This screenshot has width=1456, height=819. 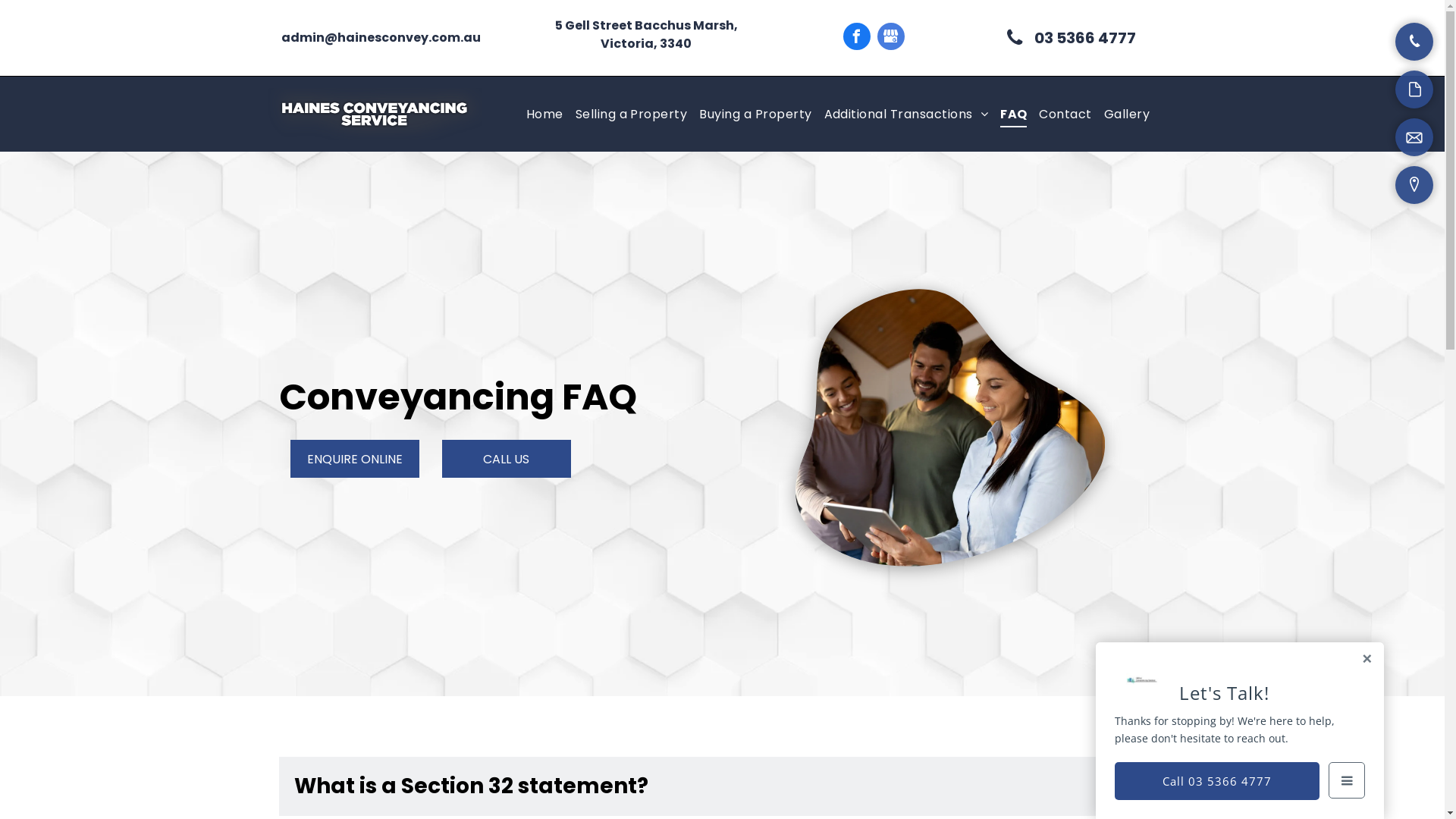 I want to click on 'admin@hainesconvey.com.au', so click(x=381, y=36).